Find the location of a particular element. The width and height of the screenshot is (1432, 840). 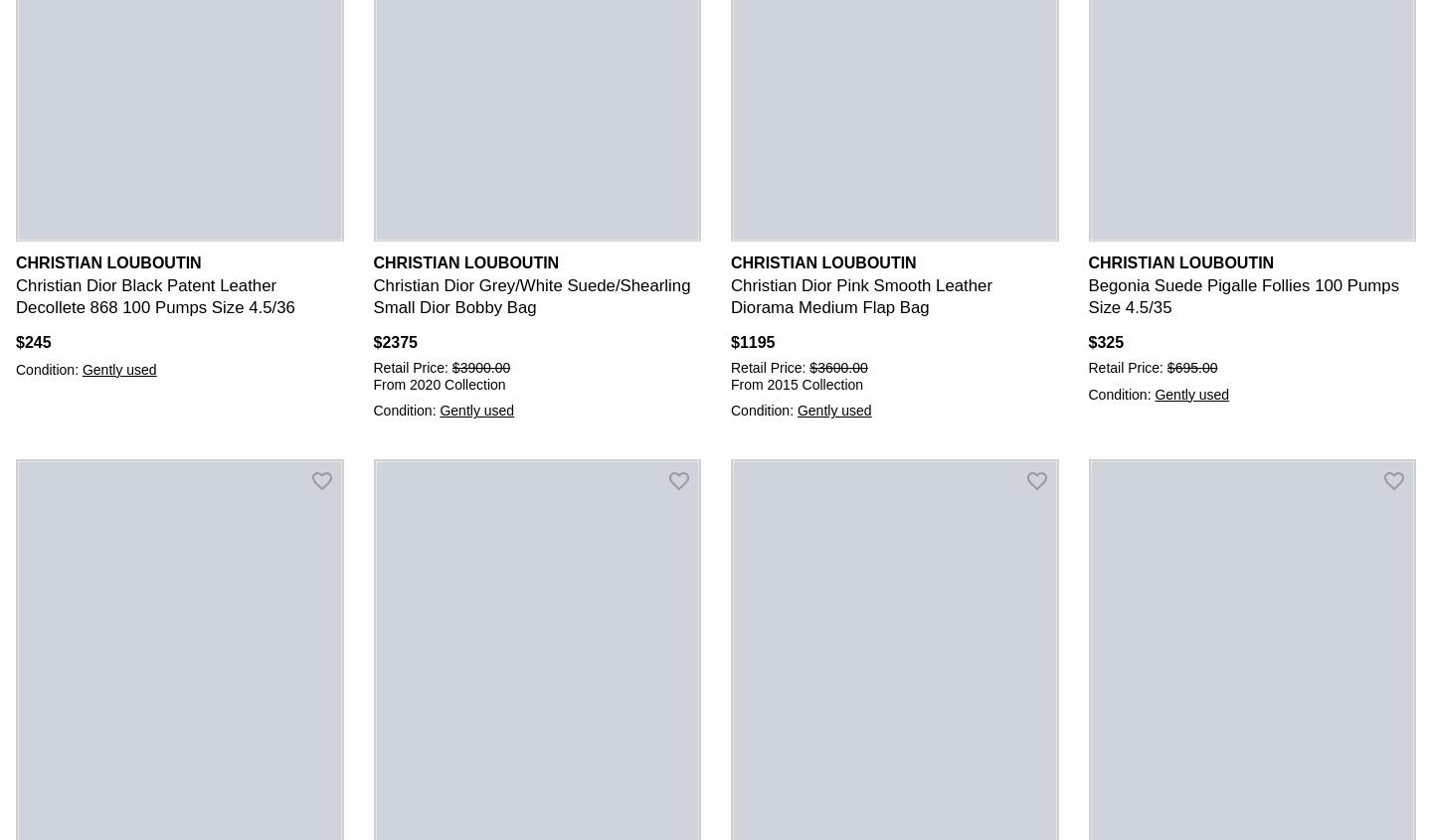

'$245' is located at coordinates (32, 340).